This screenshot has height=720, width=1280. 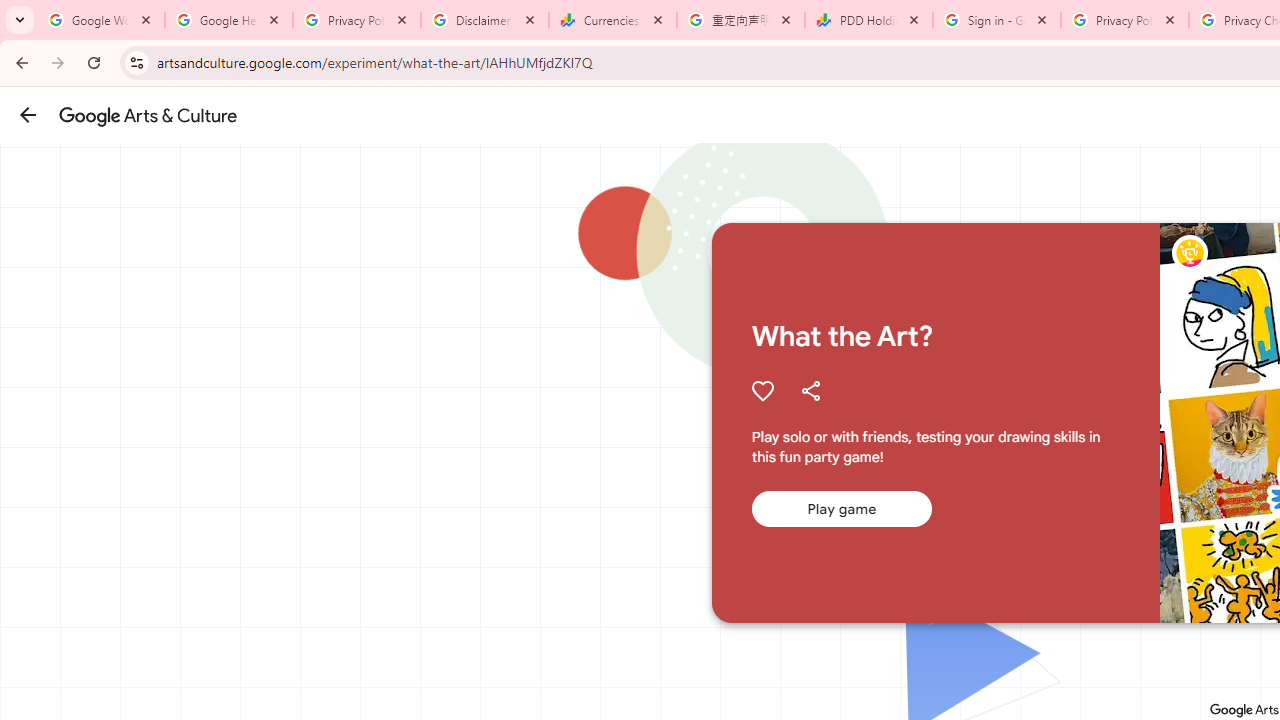 I want to click on 'Google Arts & Culture', so click(x=147, y=115).